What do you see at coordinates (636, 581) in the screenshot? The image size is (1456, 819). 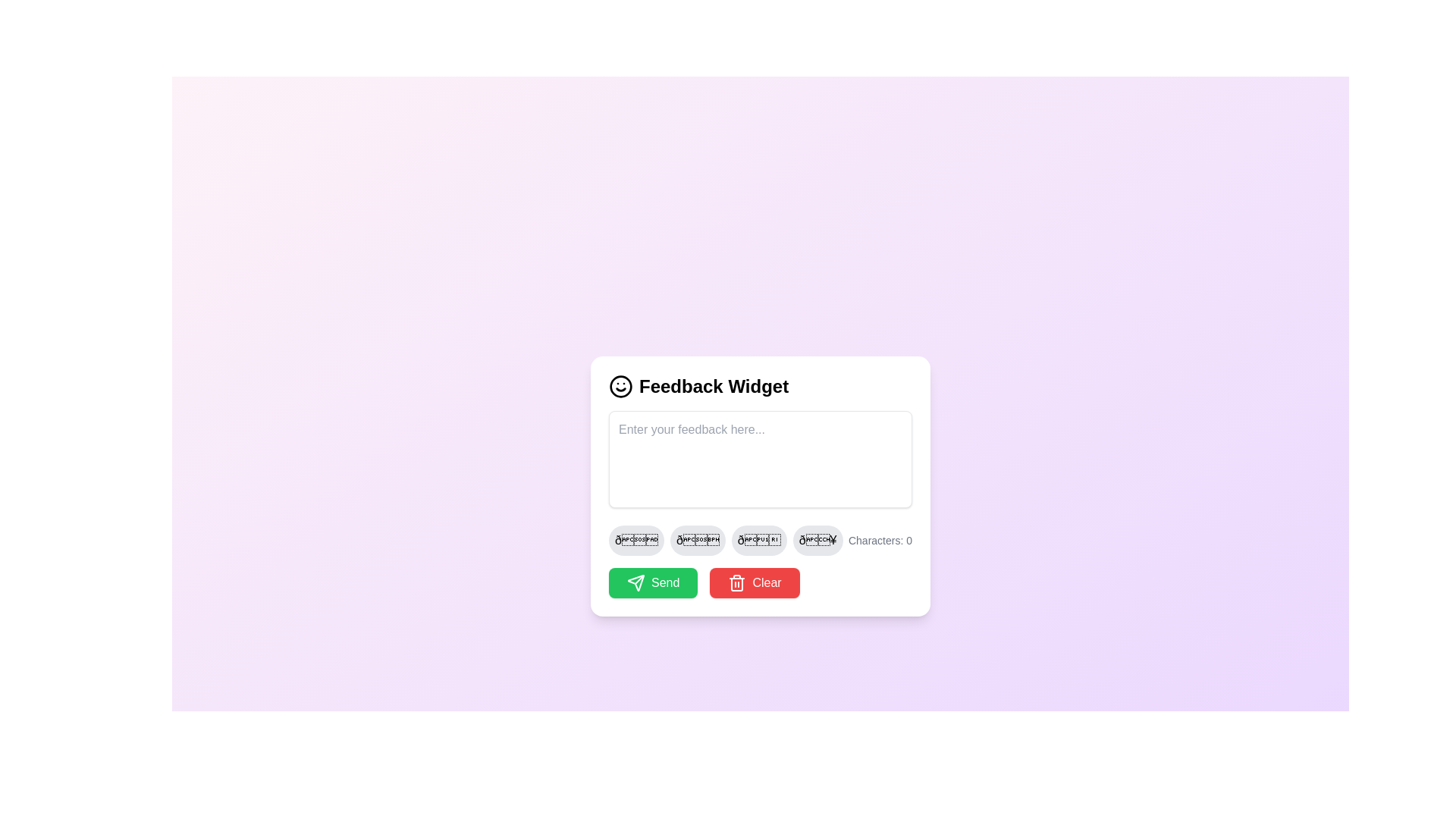 I see `the send icon located to the left of the green 'Send' button within the feedback widget layout` at bounding box center [636, 581].